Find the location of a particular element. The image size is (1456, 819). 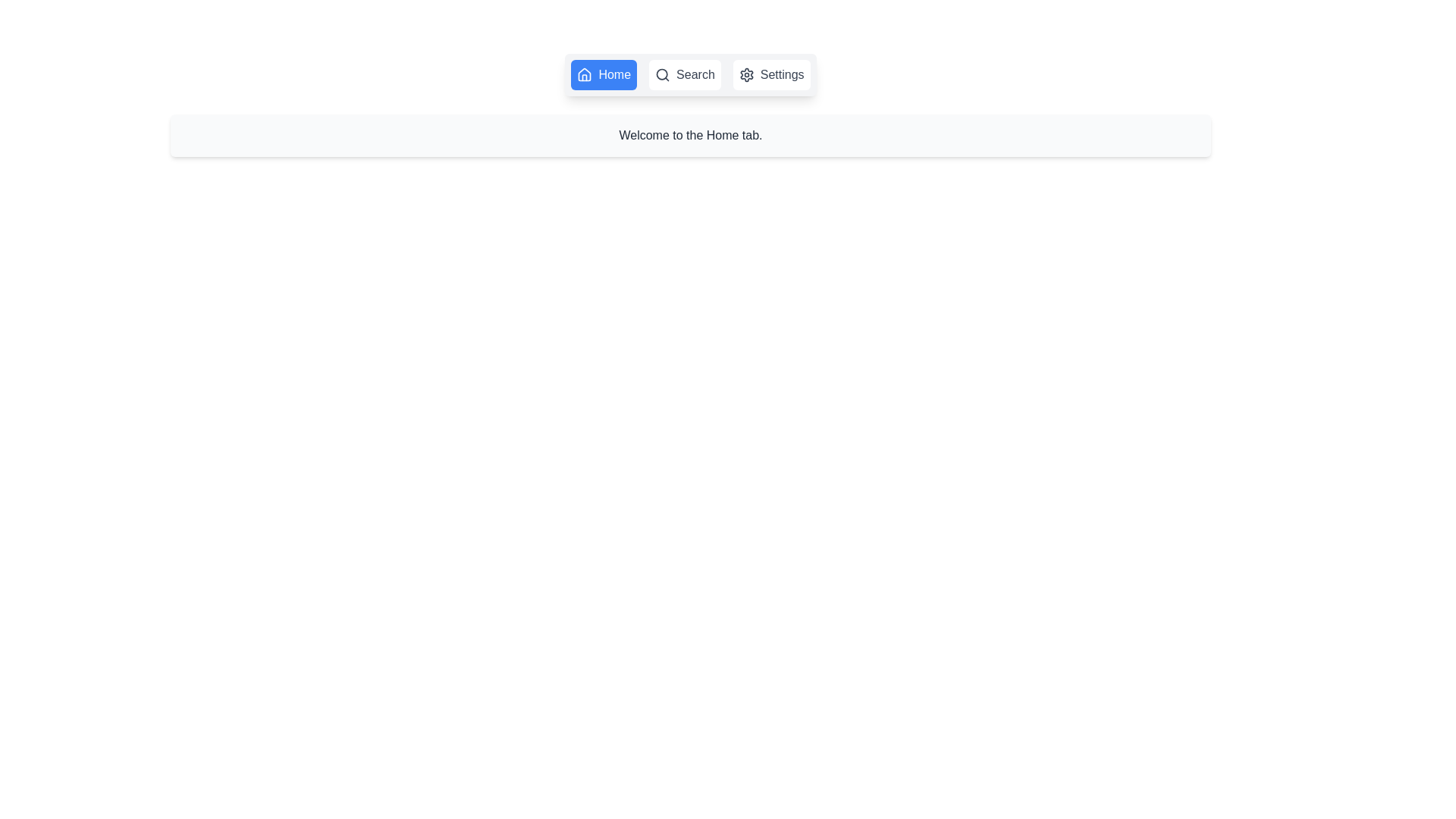

the informational text display component located below the navigation bar in the 'Home' section, which provides contextual information to users is located at coordinates (690, 134).